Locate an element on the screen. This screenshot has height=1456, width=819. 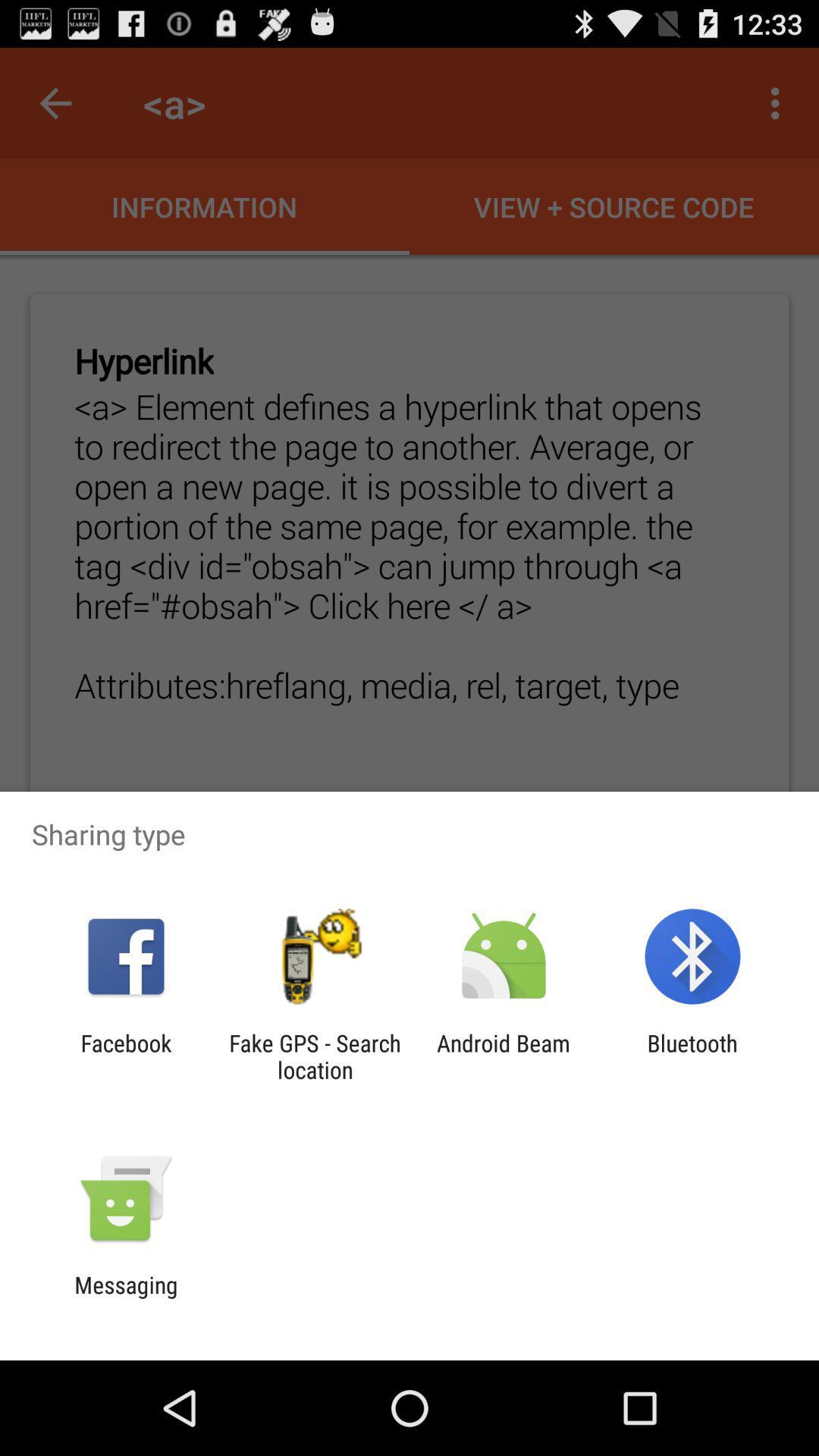
app to the left of the fake gps search app is located at coordinates (125, 1056).